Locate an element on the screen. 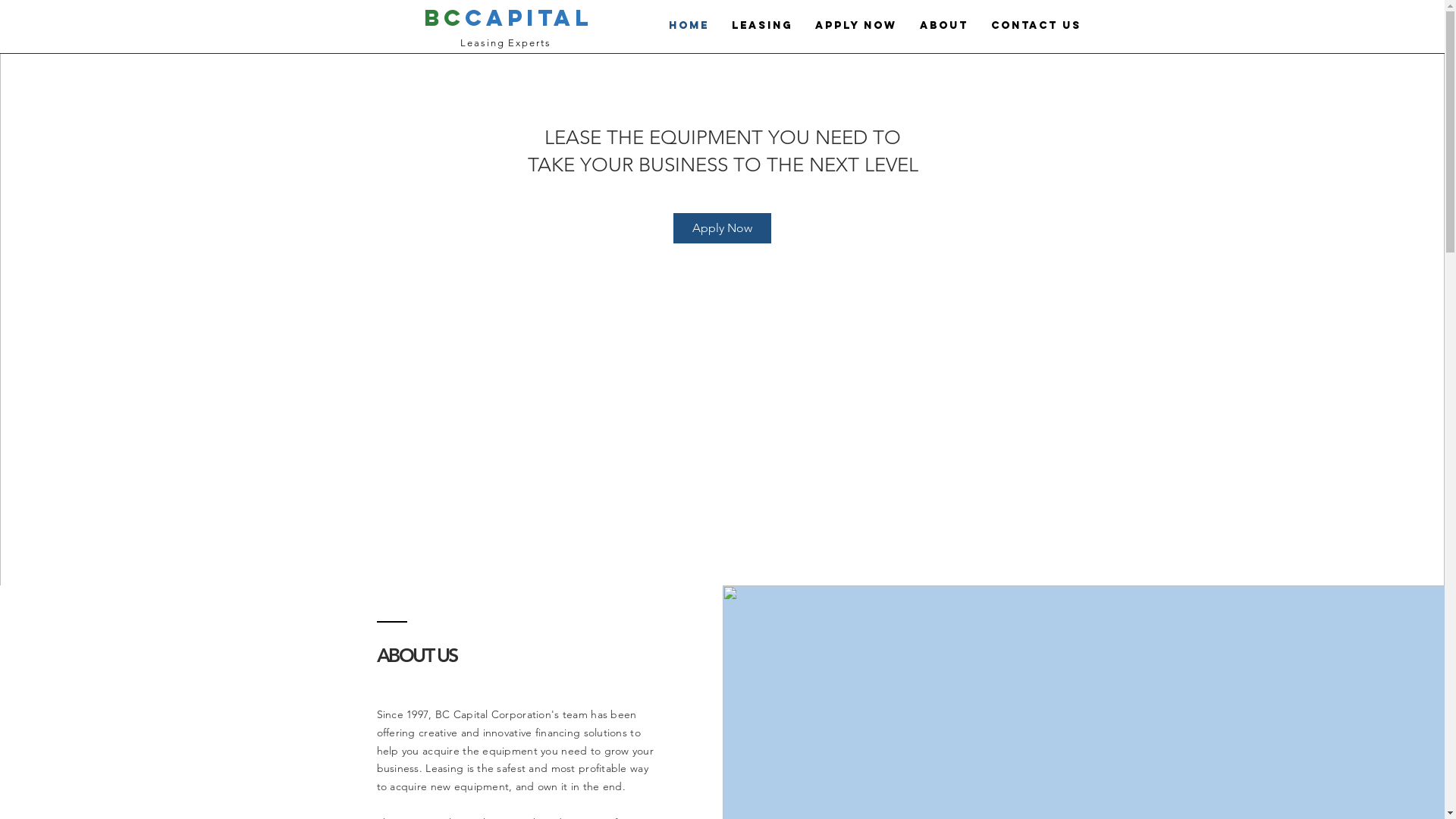 This screenshot has height=819, width=1456. 'Home' is located at coordinates (687, 26).